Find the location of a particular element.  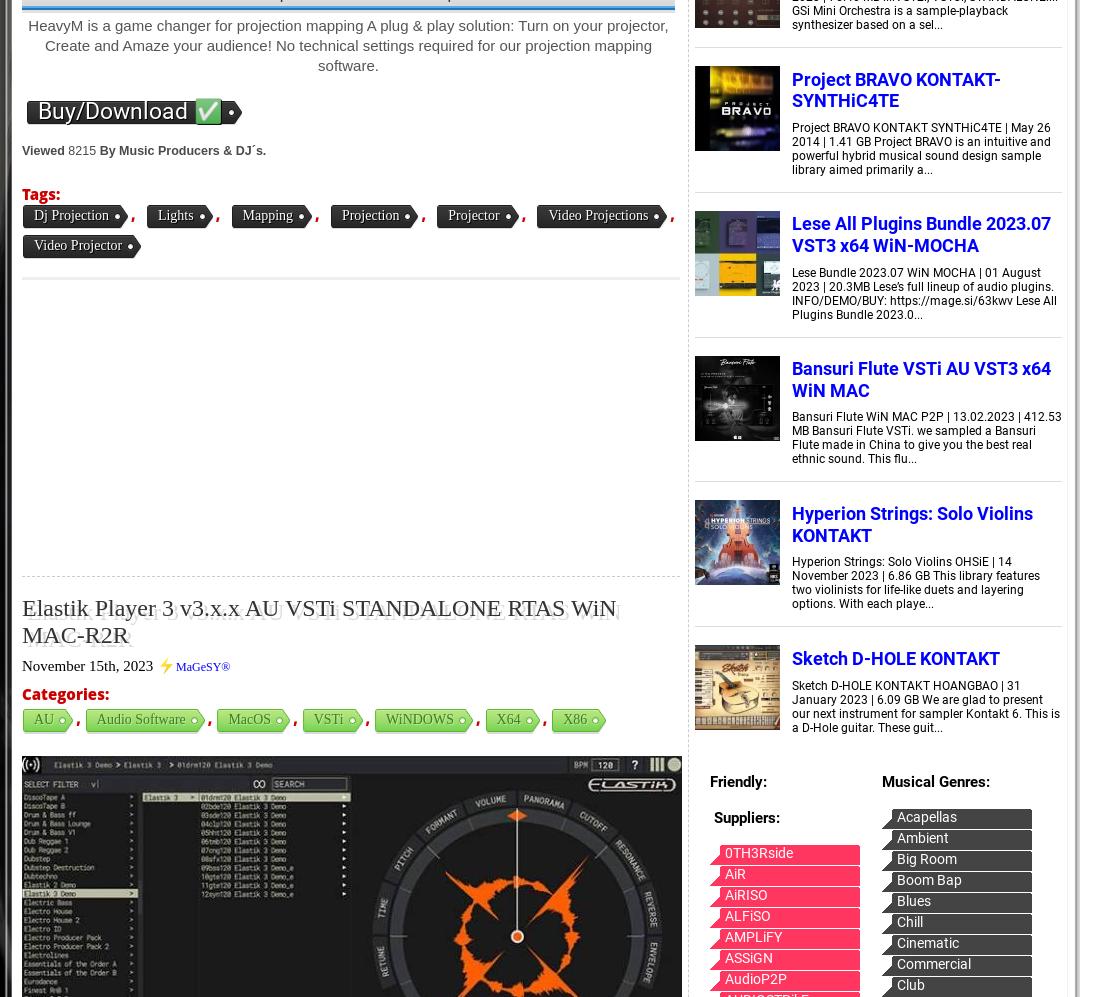

'SDX' is located at coordinates (327, 106).